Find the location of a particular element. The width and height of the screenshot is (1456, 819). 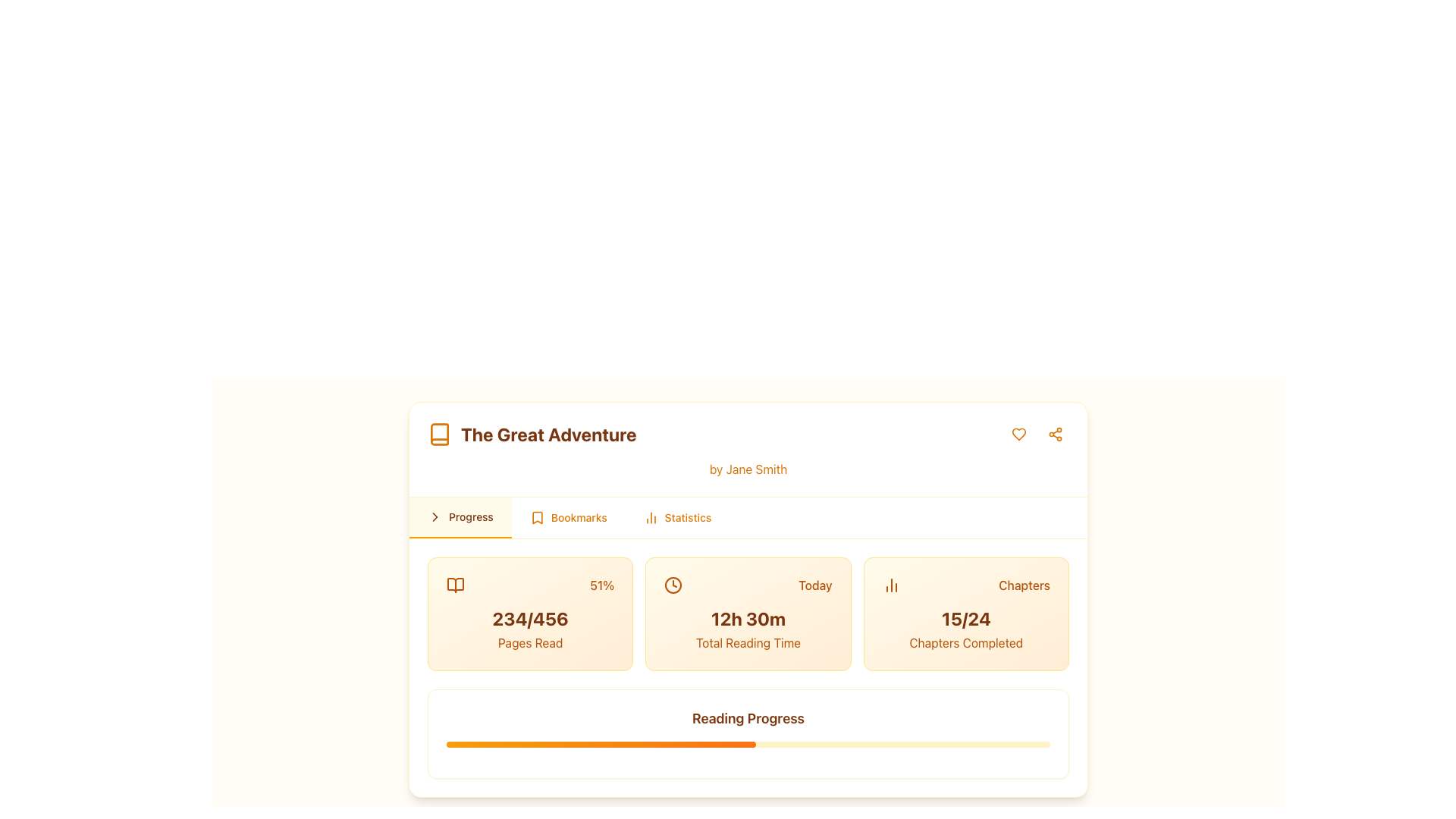

the 'Reading Progress' title or the progress bar to interact with it, as it has interactive functionality is located at coordinates (748, 727).